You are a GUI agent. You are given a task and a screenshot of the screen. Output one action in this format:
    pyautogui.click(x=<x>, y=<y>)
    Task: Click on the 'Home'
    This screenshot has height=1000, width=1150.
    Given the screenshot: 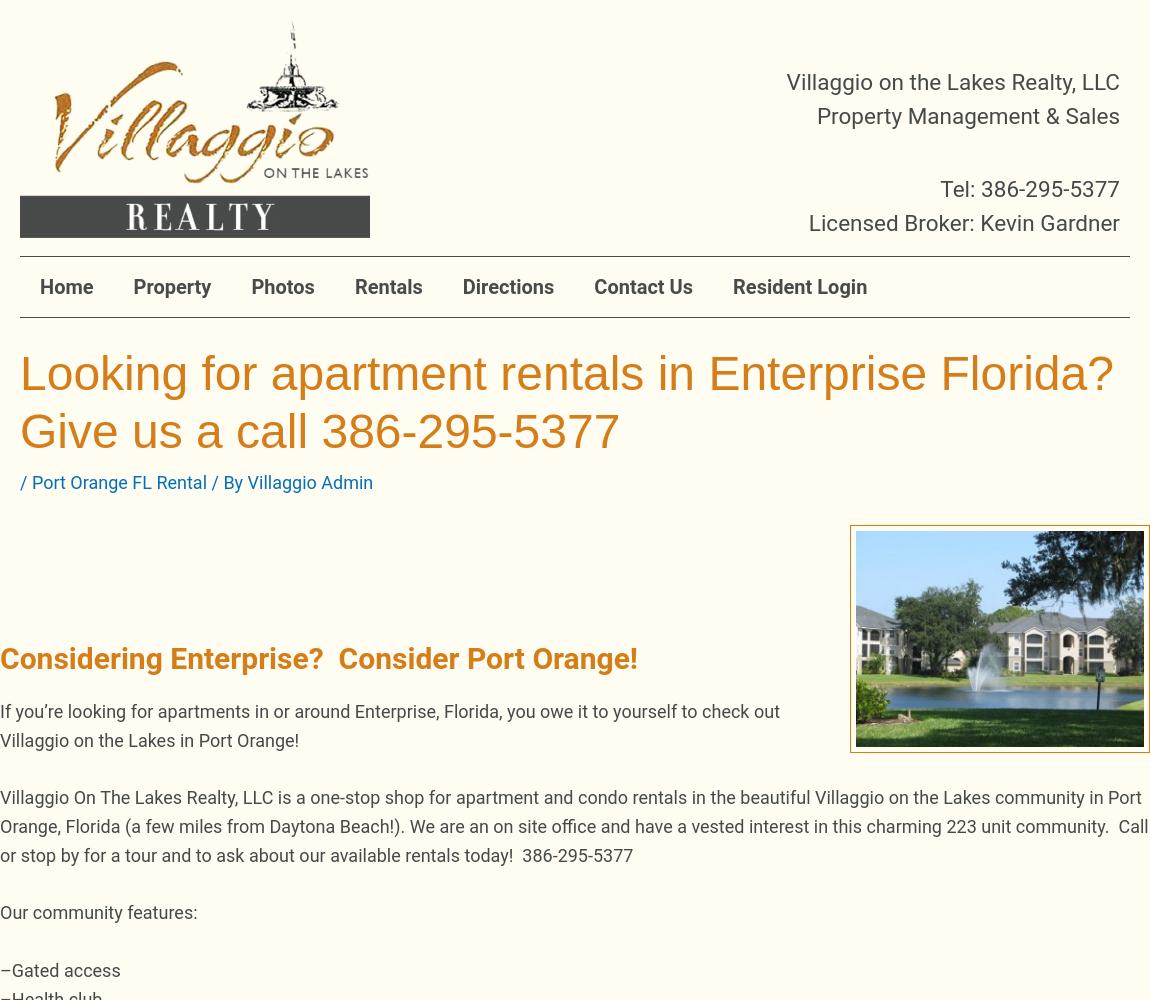 What is the action you would take?
    pyautogui.click(x=65, y=287)
    